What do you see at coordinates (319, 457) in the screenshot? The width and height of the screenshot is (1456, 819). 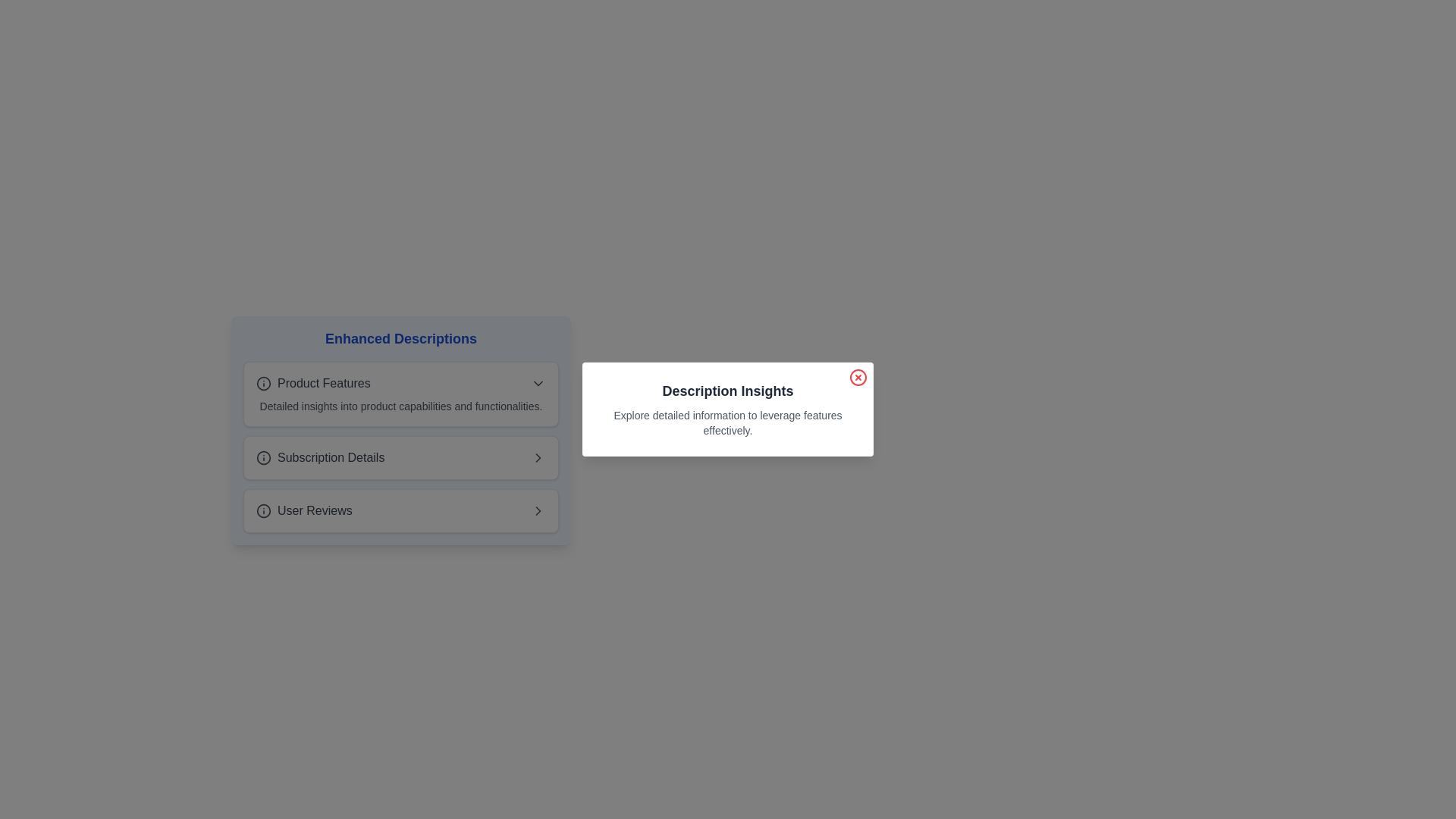 I see `the Static Text Label that indicates subscription details` at bounding box center [319, 457].